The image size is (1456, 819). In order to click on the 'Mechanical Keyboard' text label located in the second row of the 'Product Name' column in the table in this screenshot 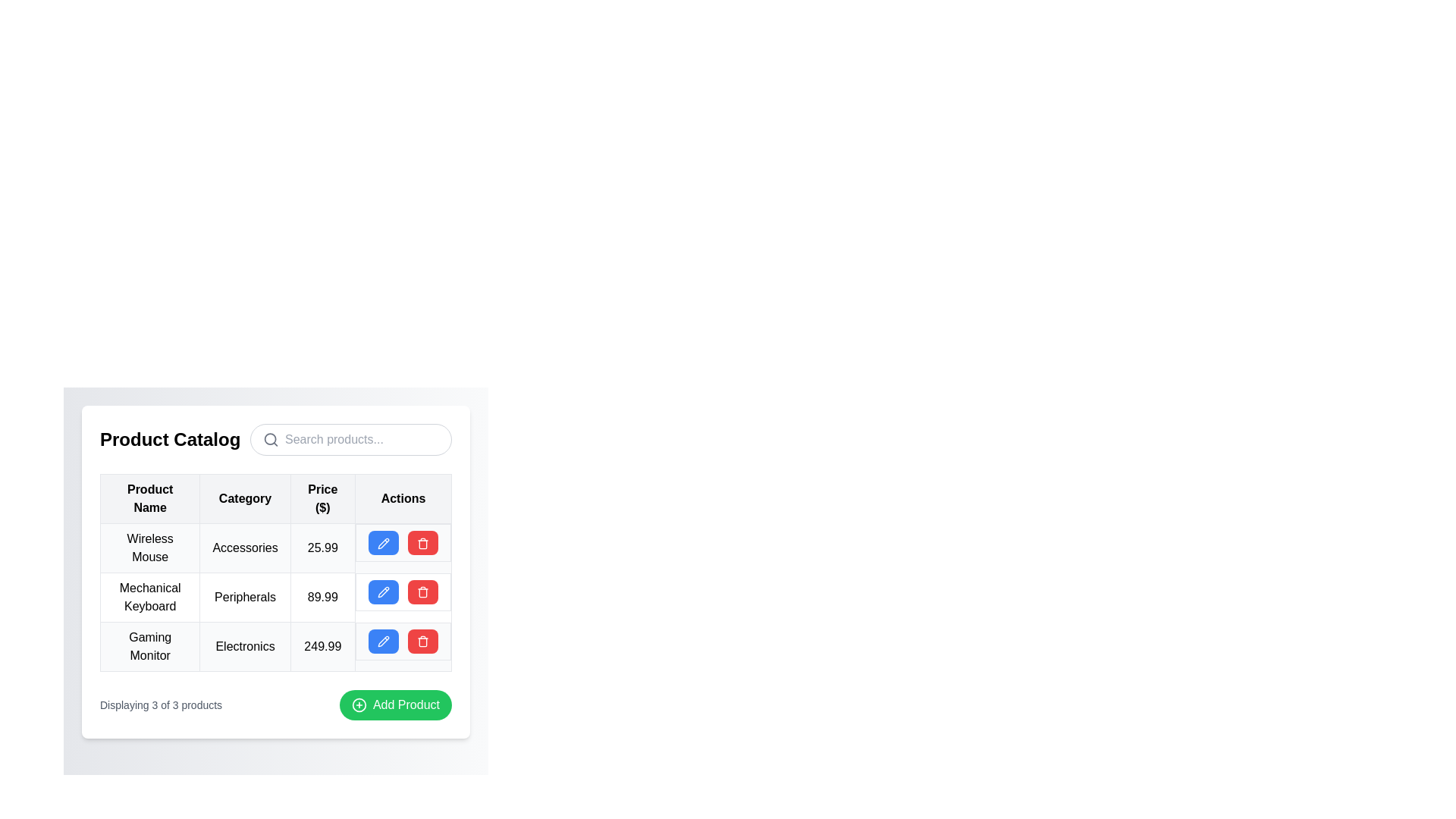, I will do `click(150, 596)`.